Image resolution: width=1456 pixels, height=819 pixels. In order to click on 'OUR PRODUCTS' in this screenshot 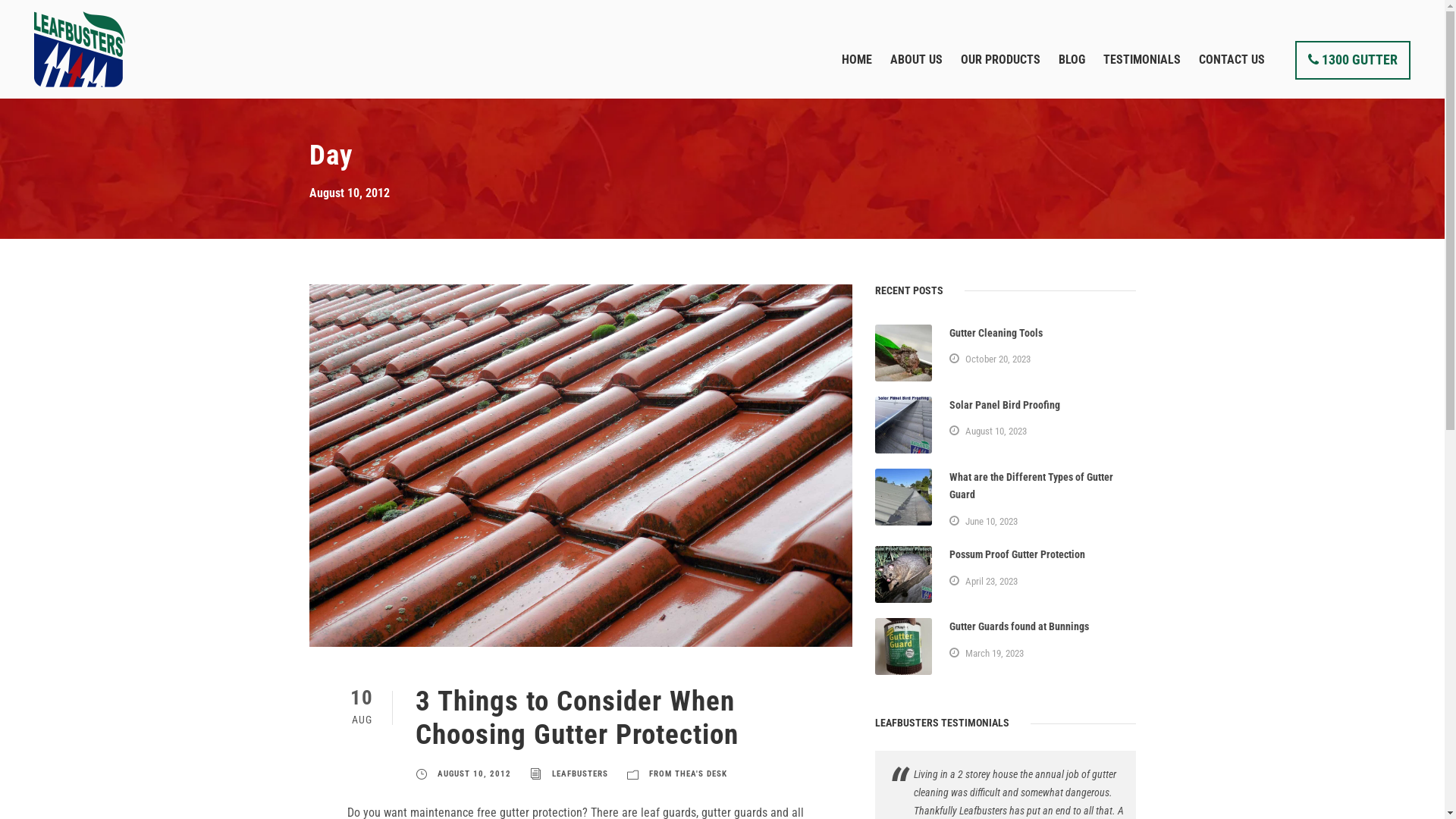, I will do `click(1000, 74)`.